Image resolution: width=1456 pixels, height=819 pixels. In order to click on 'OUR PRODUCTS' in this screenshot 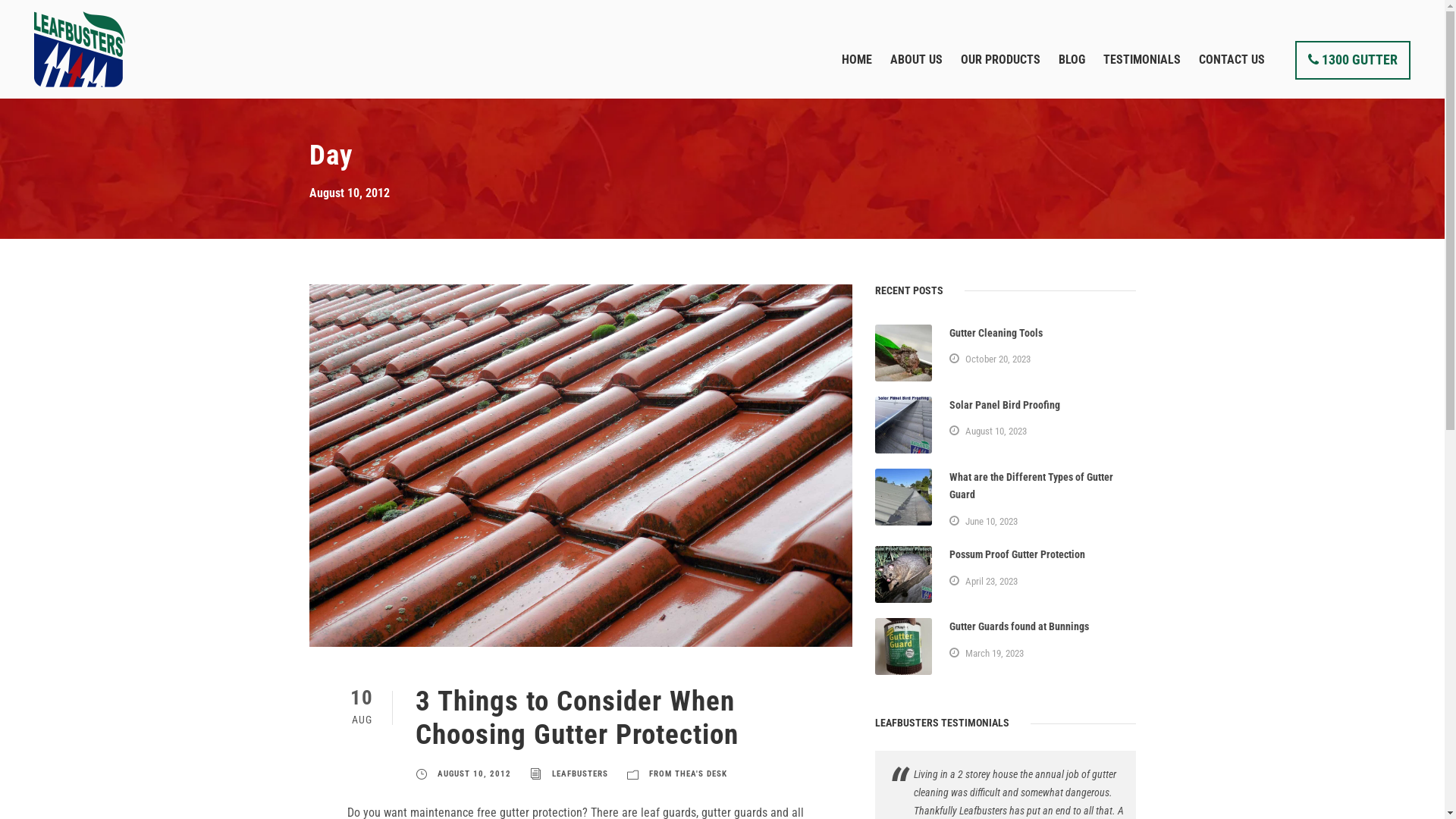, I will do `click(1000, 74)`.